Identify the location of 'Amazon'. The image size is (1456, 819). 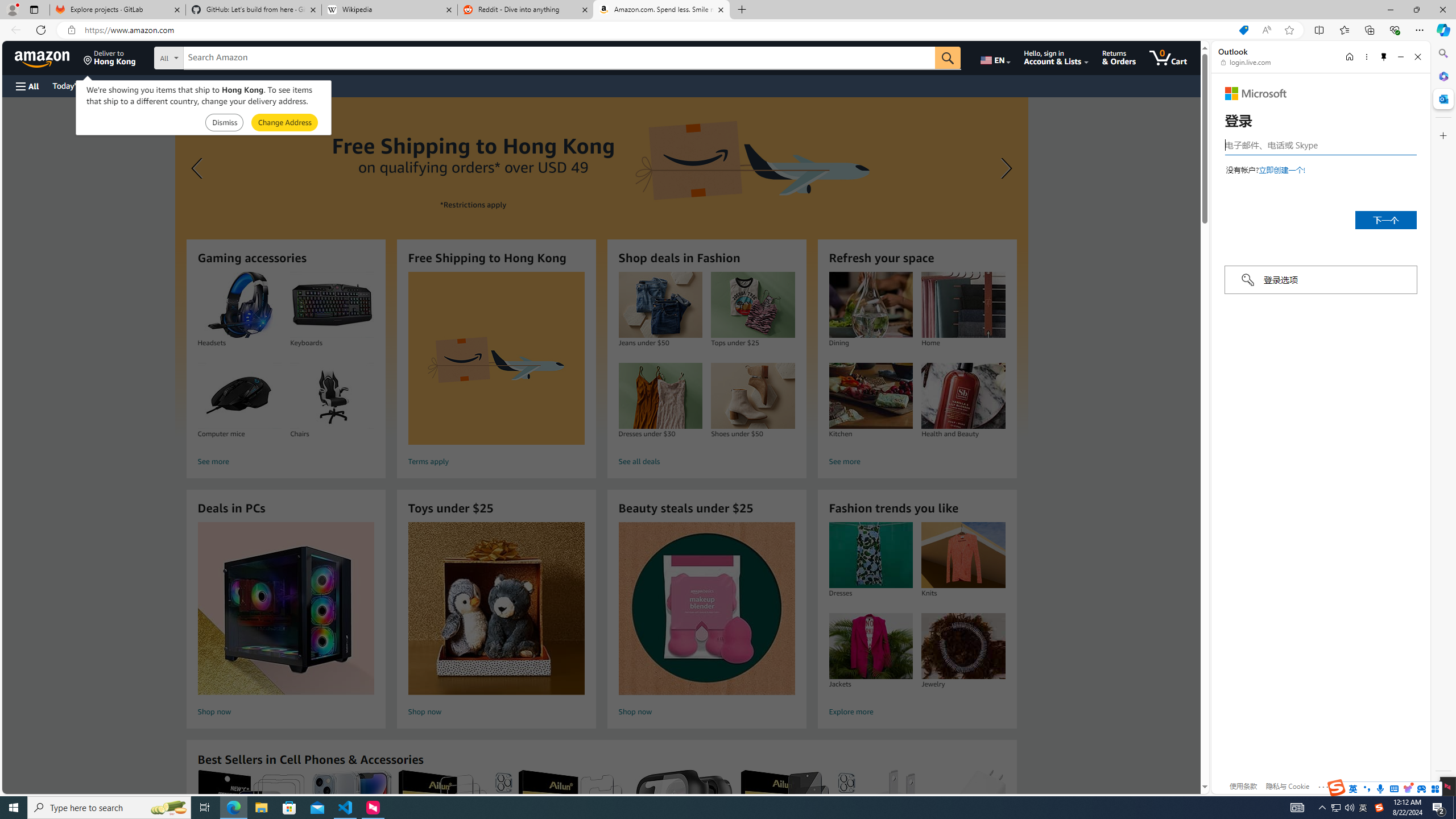
(43, 57).